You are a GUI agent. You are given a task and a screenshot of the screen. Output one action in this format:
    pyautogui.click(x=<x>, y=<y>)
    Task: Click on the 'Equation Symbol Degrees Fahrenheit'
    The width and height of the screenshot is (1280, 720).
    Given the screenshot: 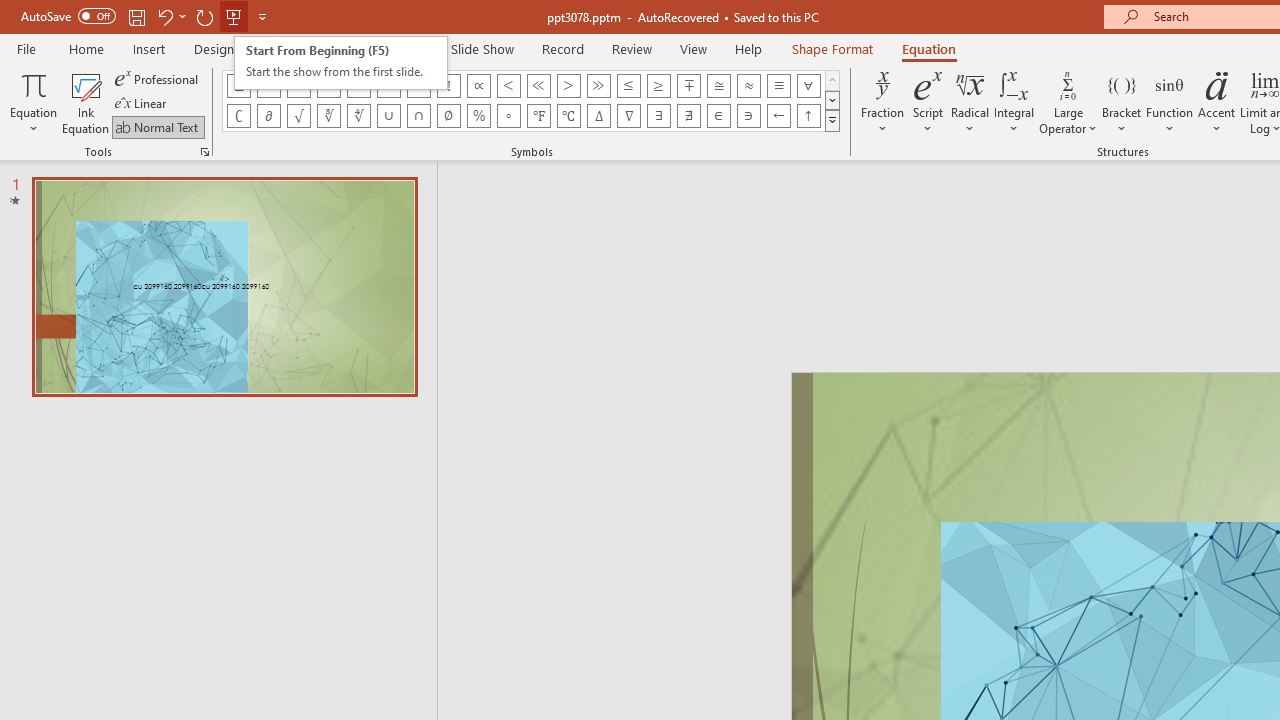 What is the action you would take?
    pyautogui.click(x=538, y=115)
    